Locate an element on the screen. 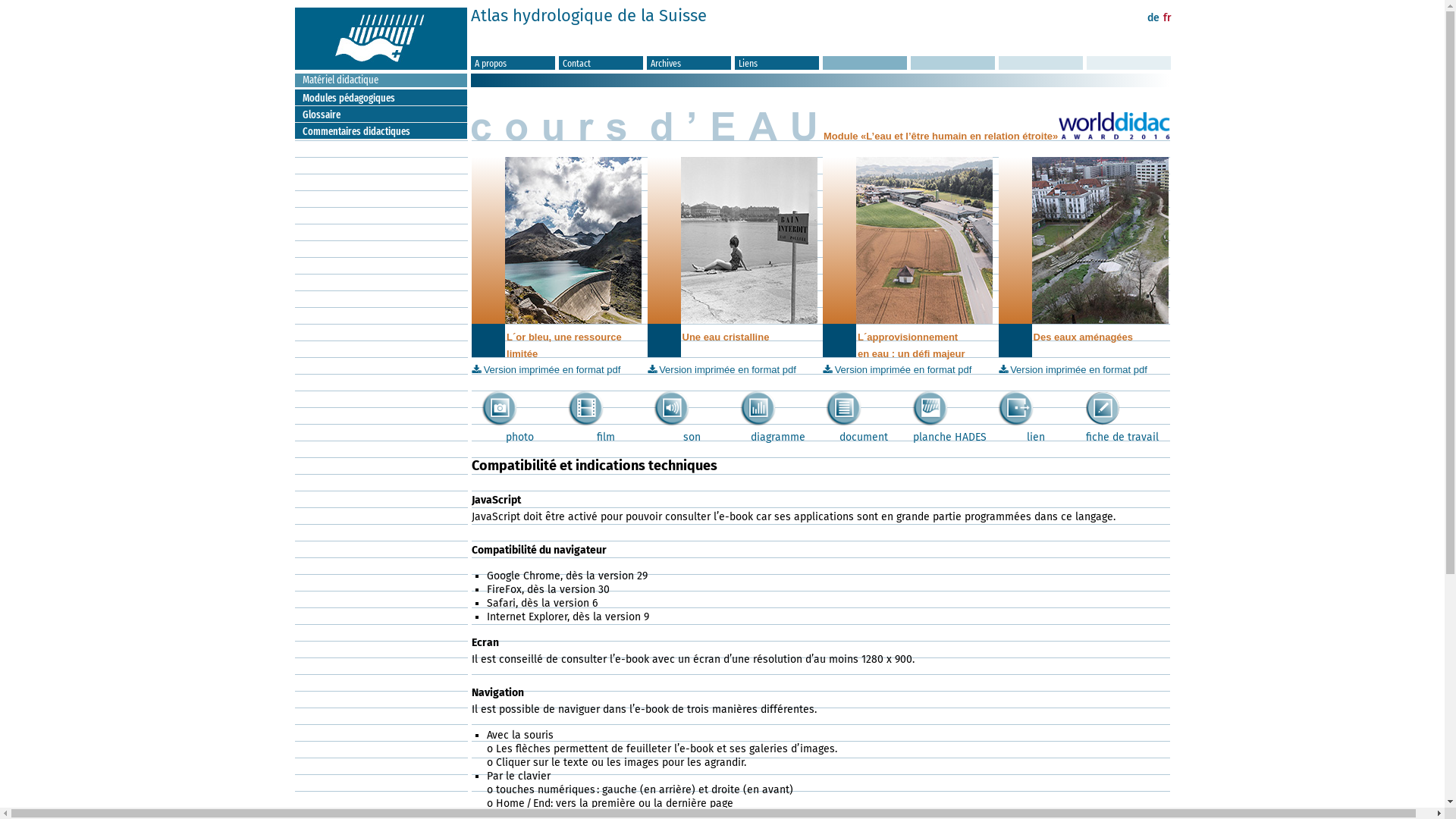 The image size is (1456, 819). 'fr' is located at coordinates (1166, 17).